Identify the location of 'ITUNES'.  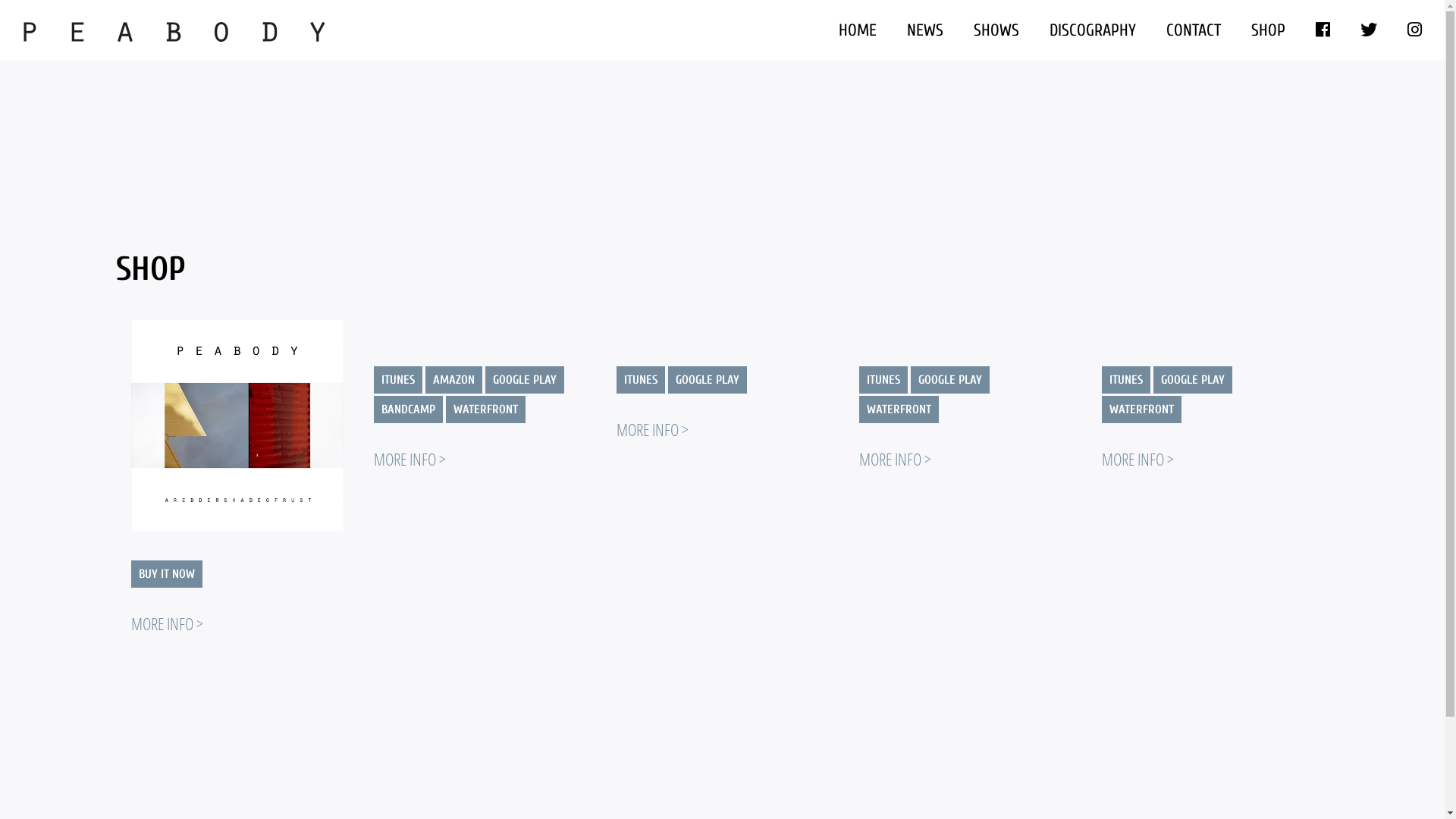
(640, 379).